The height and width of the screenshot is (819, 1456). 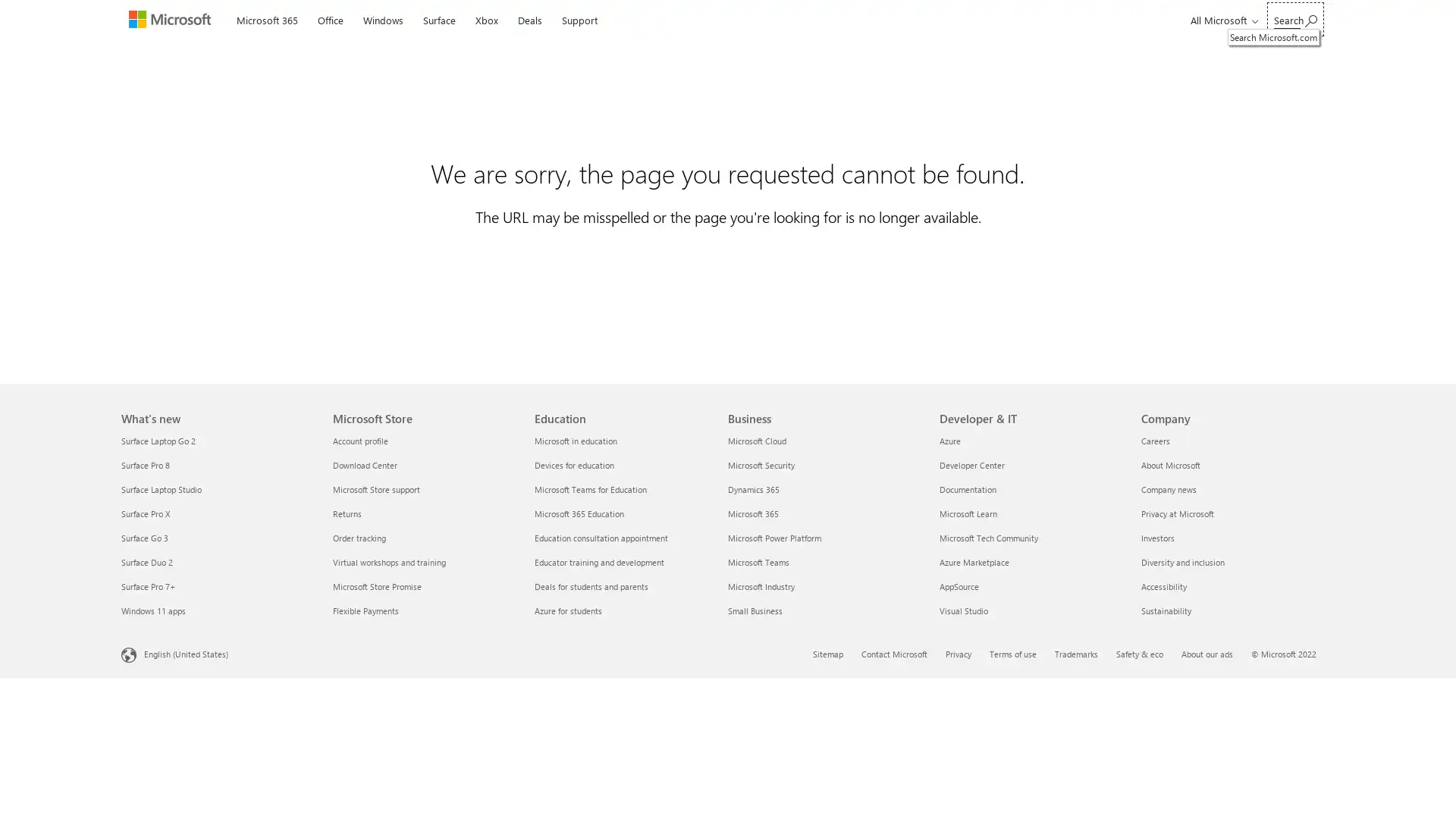 I want to click on All Microsoft expand to see list of Microsoft products and services, so click(x=1222, y=20).